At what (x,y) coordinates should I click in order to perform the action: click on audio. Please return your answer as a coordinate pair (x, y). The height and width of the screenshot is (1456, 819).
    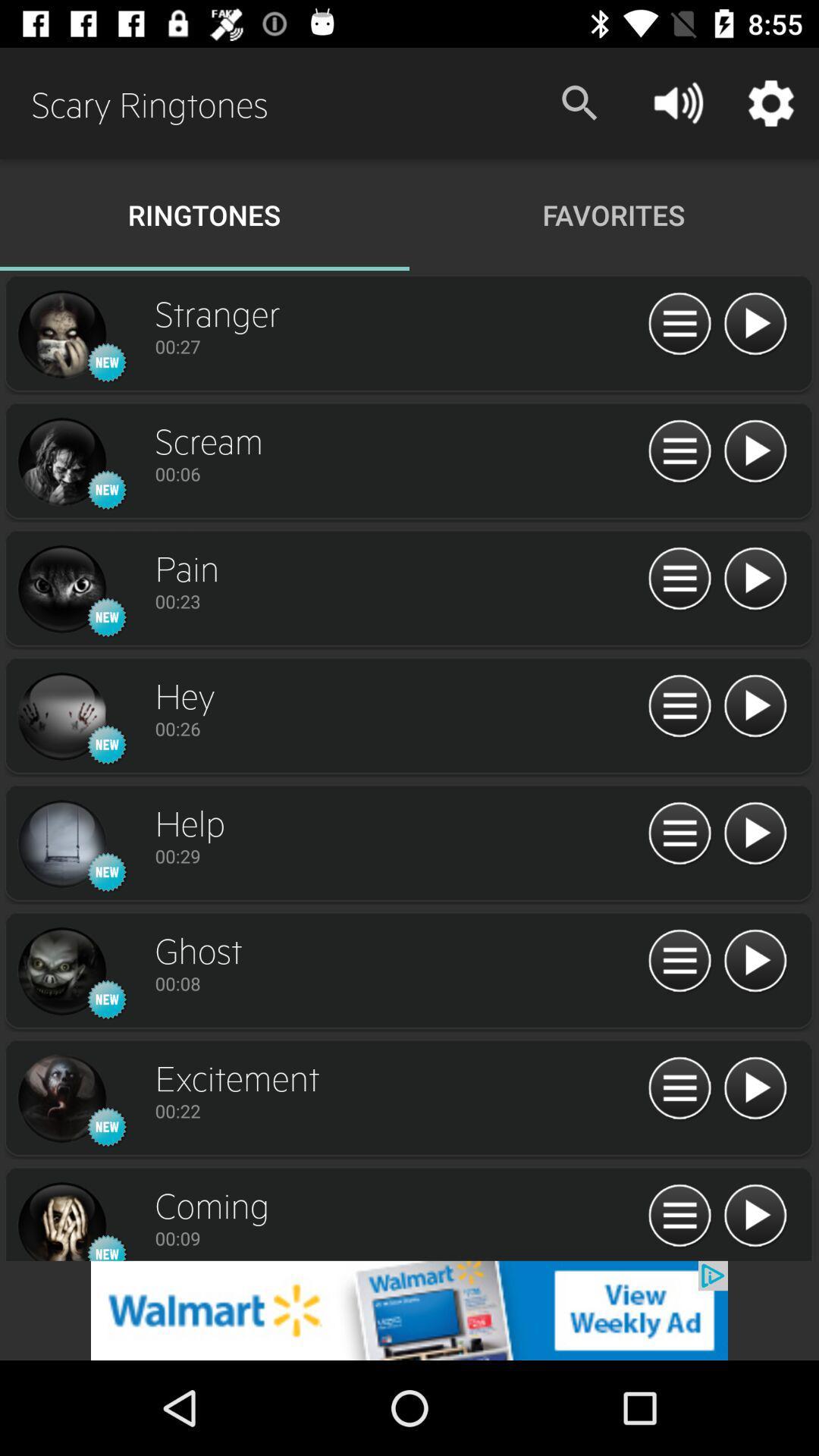
    Looking at the image, I should click on (755, 961).